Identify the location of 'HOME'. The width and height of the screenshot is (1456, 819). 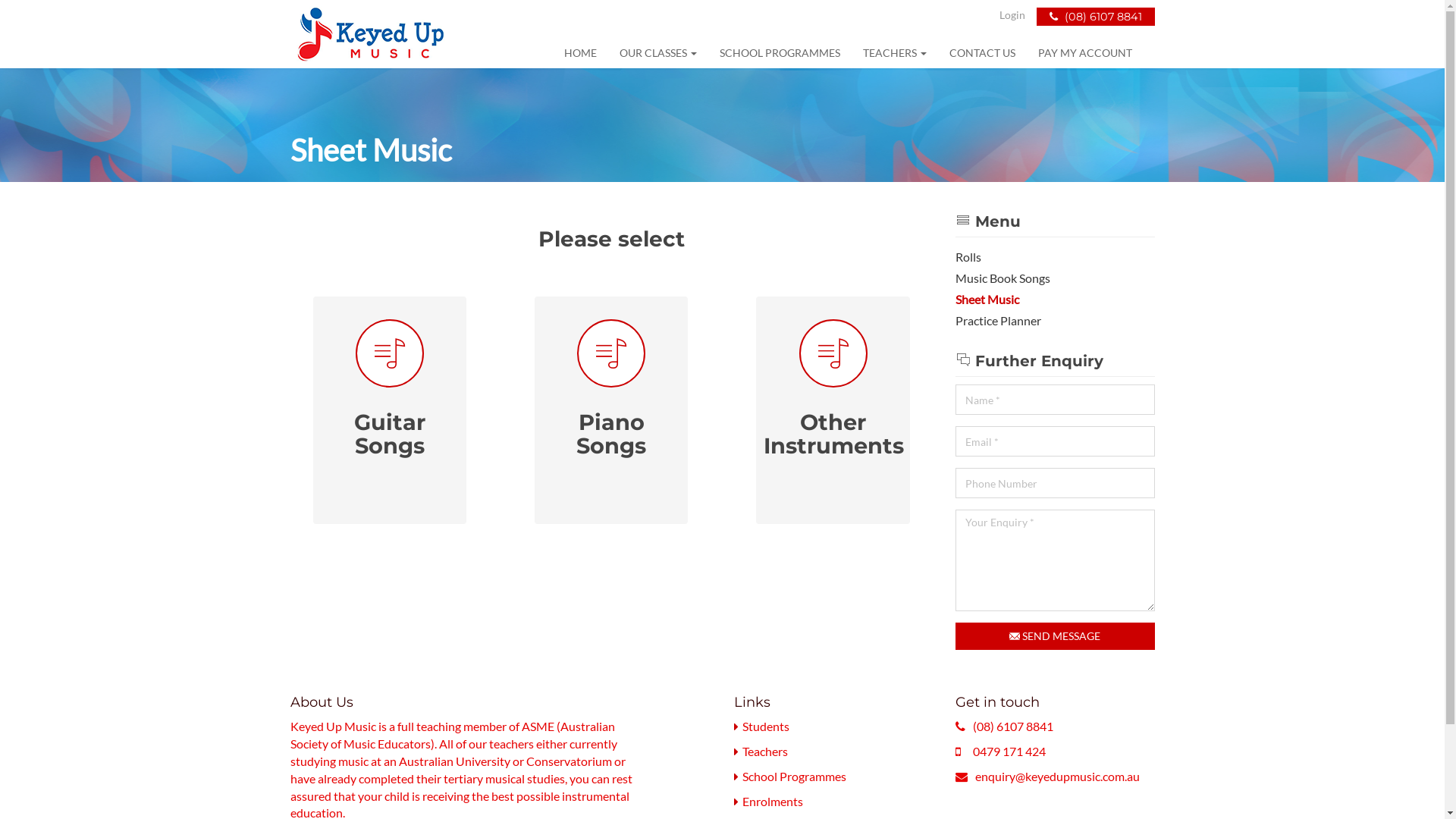
(579, 52).